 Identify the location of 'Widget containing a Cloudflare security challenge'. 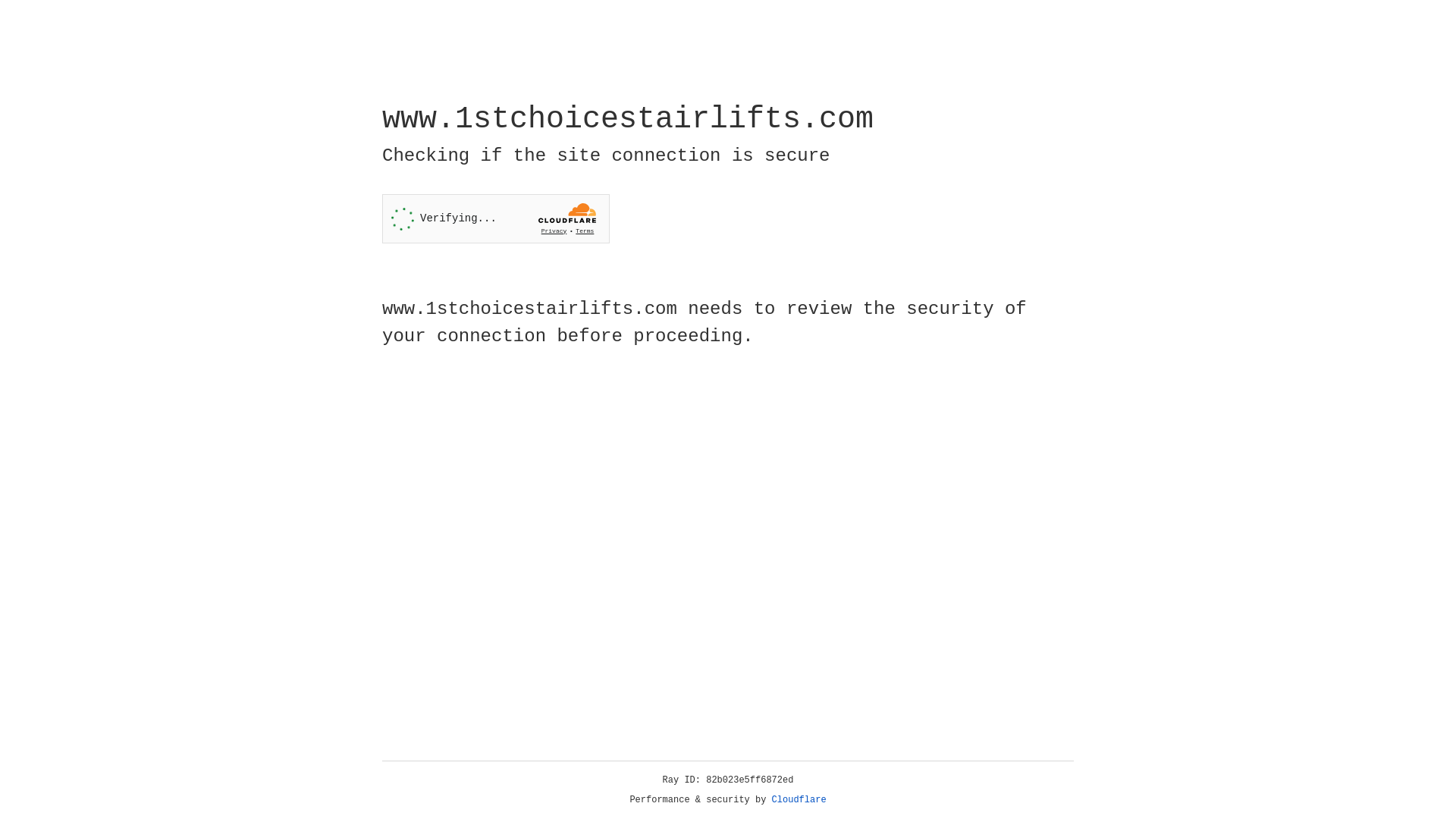
(495, 218).